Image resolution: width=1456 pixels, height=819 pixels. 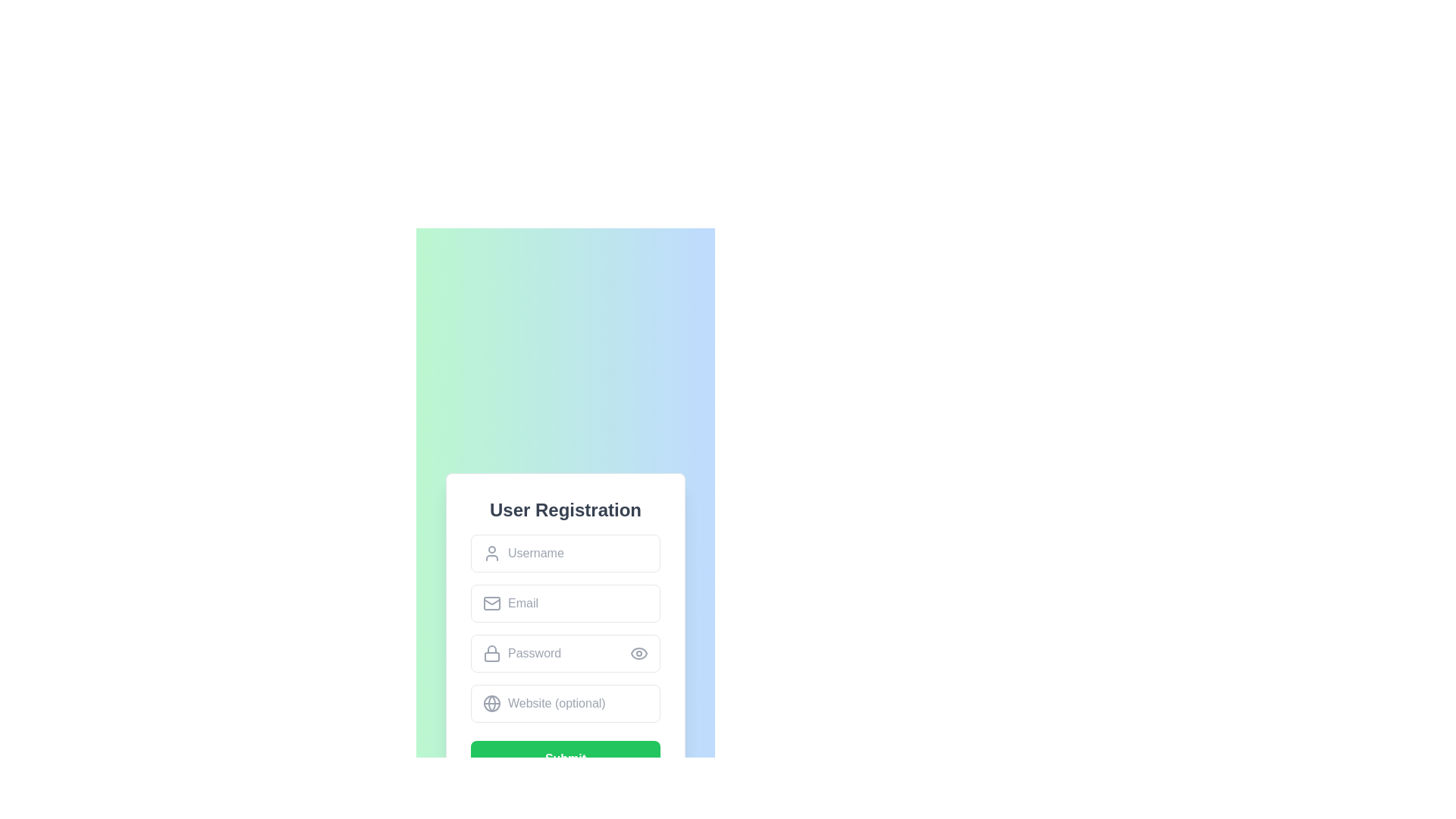 What do you see at coordinates (491, 602) in the screenshot?
I see `the envelope icon represented by the SVG rectangle, which serves as the main body of the envelope depiction` at bounding box center [491, 602].